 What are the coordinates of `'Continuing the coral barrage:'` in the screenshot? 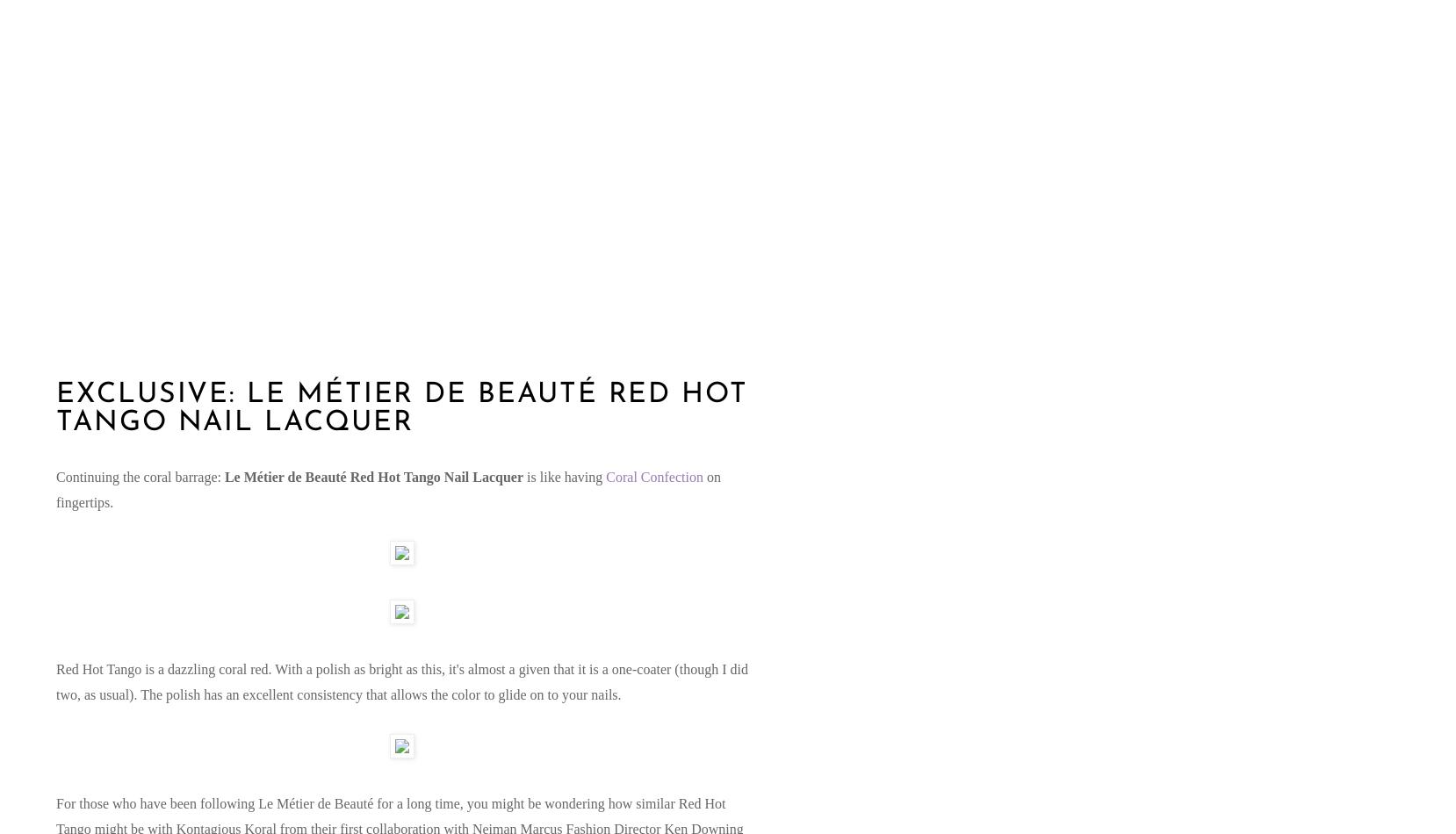 It's located at (140, 476).